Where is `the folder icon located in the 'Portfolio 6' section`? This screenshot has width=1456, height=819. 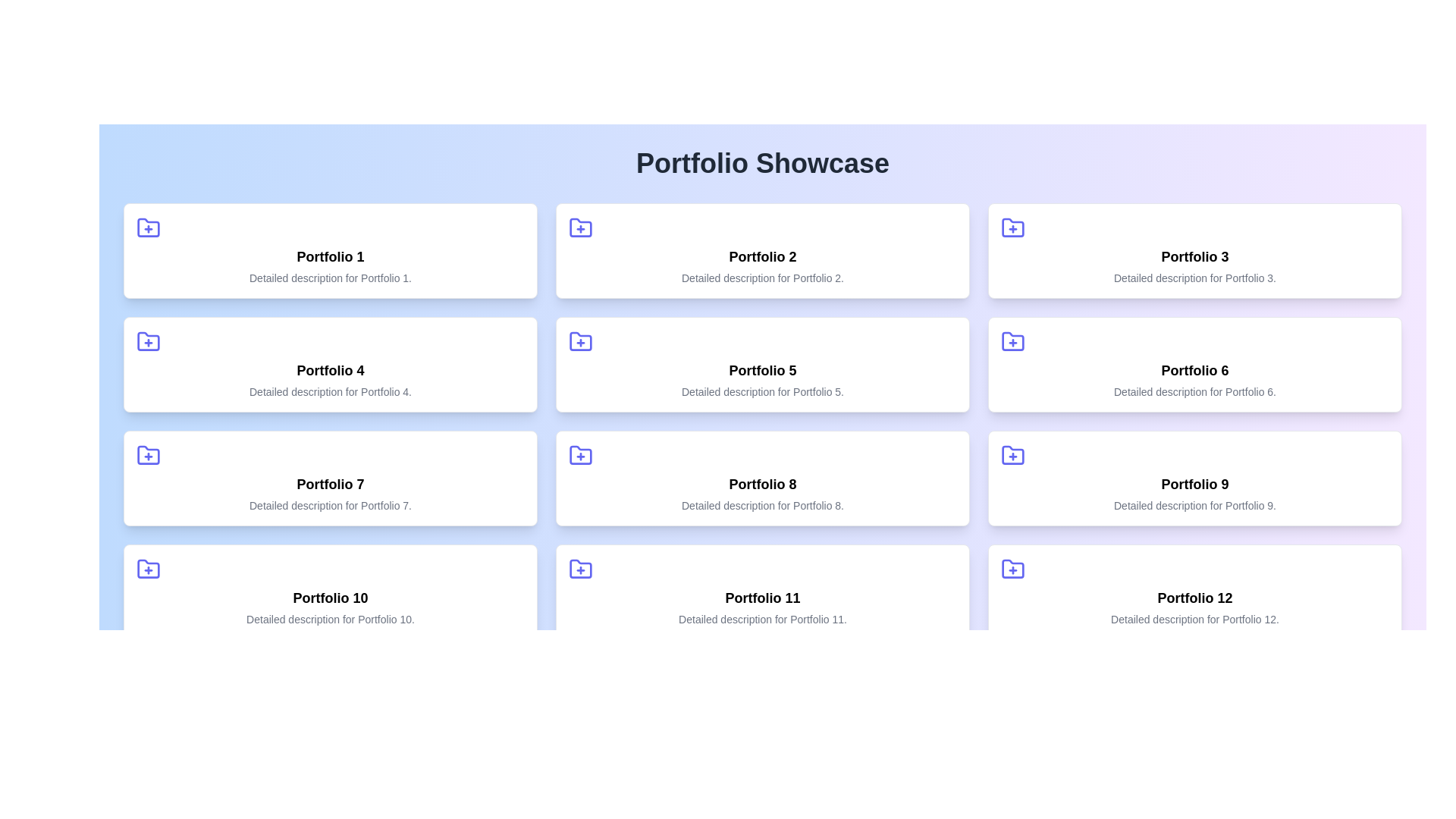
the folder icon located in the 'Portfolio 6' section is located at coordinates (1012, 341).